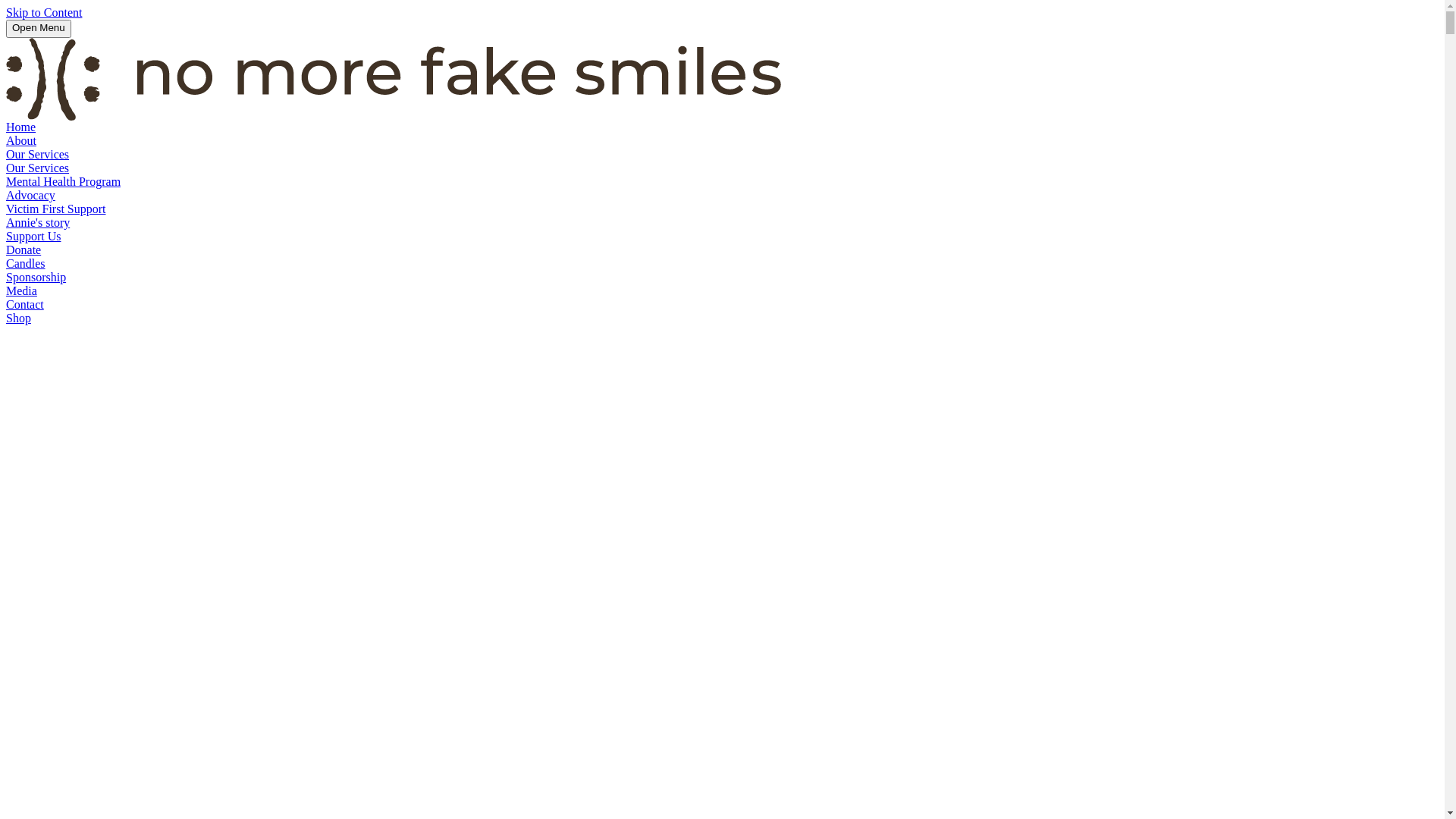  What do you see at coordinates (25, 304) in the screenshot?
I see `'Contact'` at bounding box center [25, 304].